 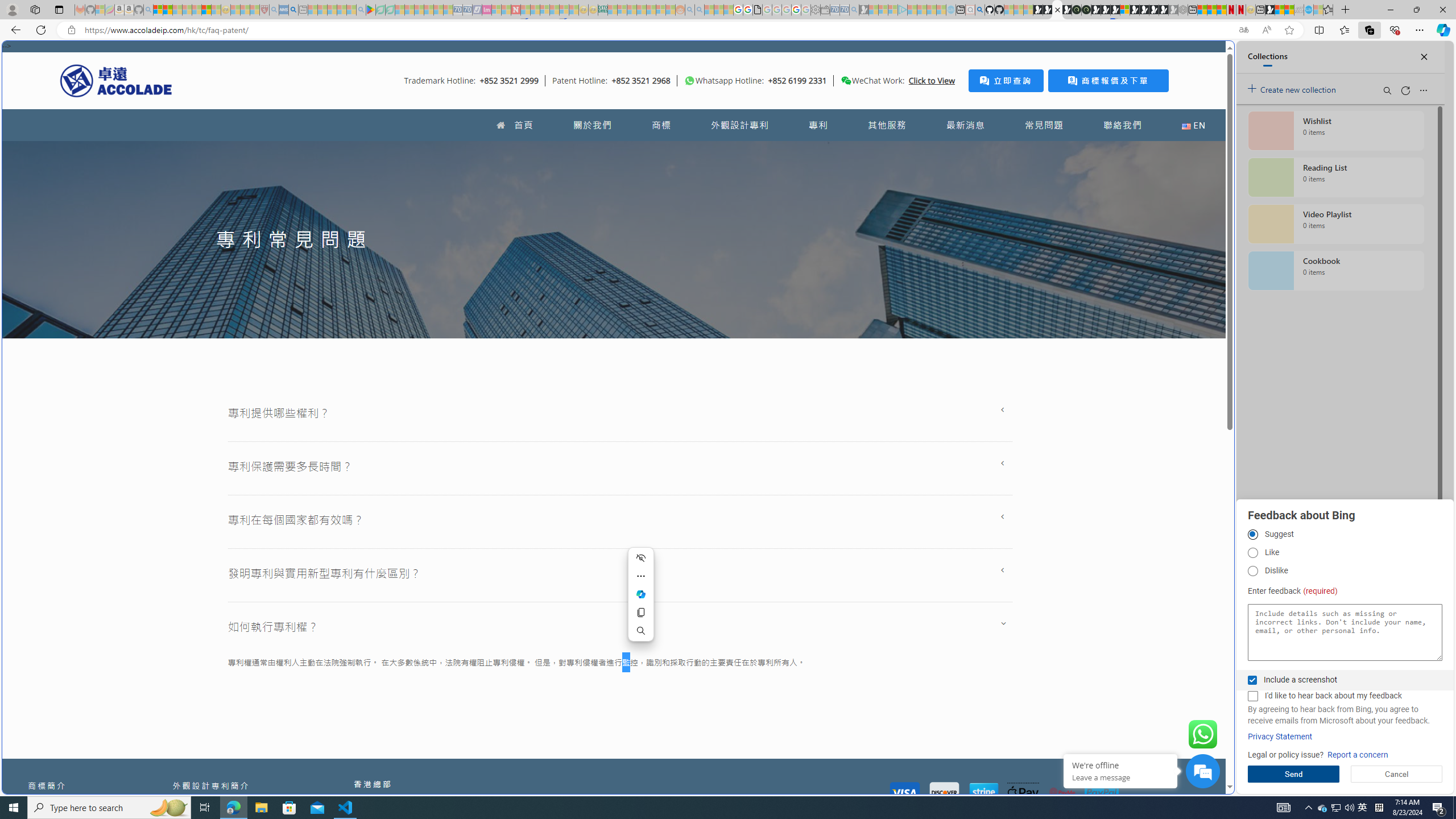 What do you see at coordinates (612, 9) in the screenshot?
I see `'MSNBC - MSN - Sleeping'` at bounding box center [612, 9].